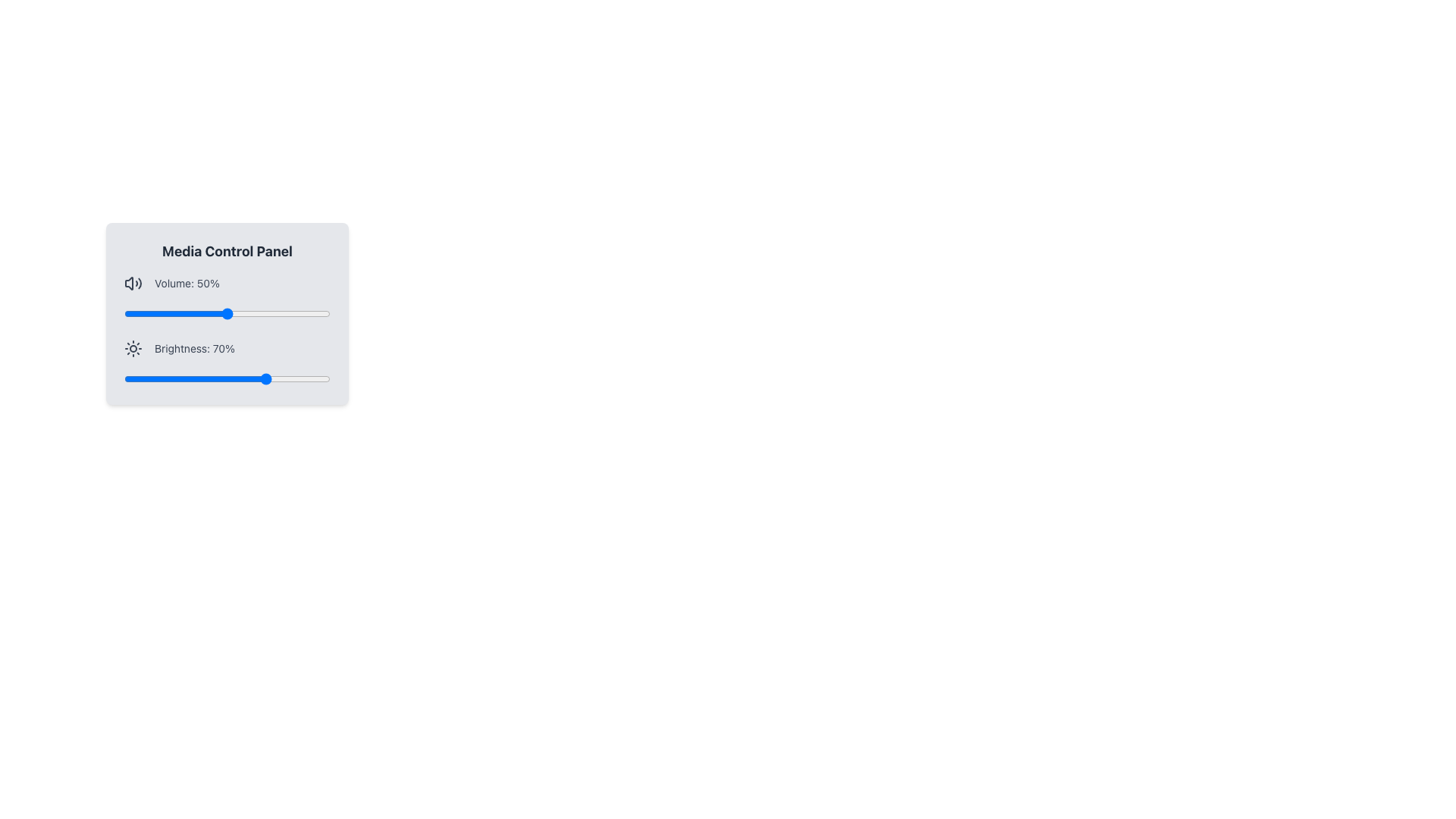 This screenshot has width=1456, height=819. Describe the element at coordinates (186, 284) in the screenshot. I see `the static text label reading 'Volume: 50%' which is gray and styled with a small text size, located inside the media control panel interface, adjacent to a speaker icon` at that location.